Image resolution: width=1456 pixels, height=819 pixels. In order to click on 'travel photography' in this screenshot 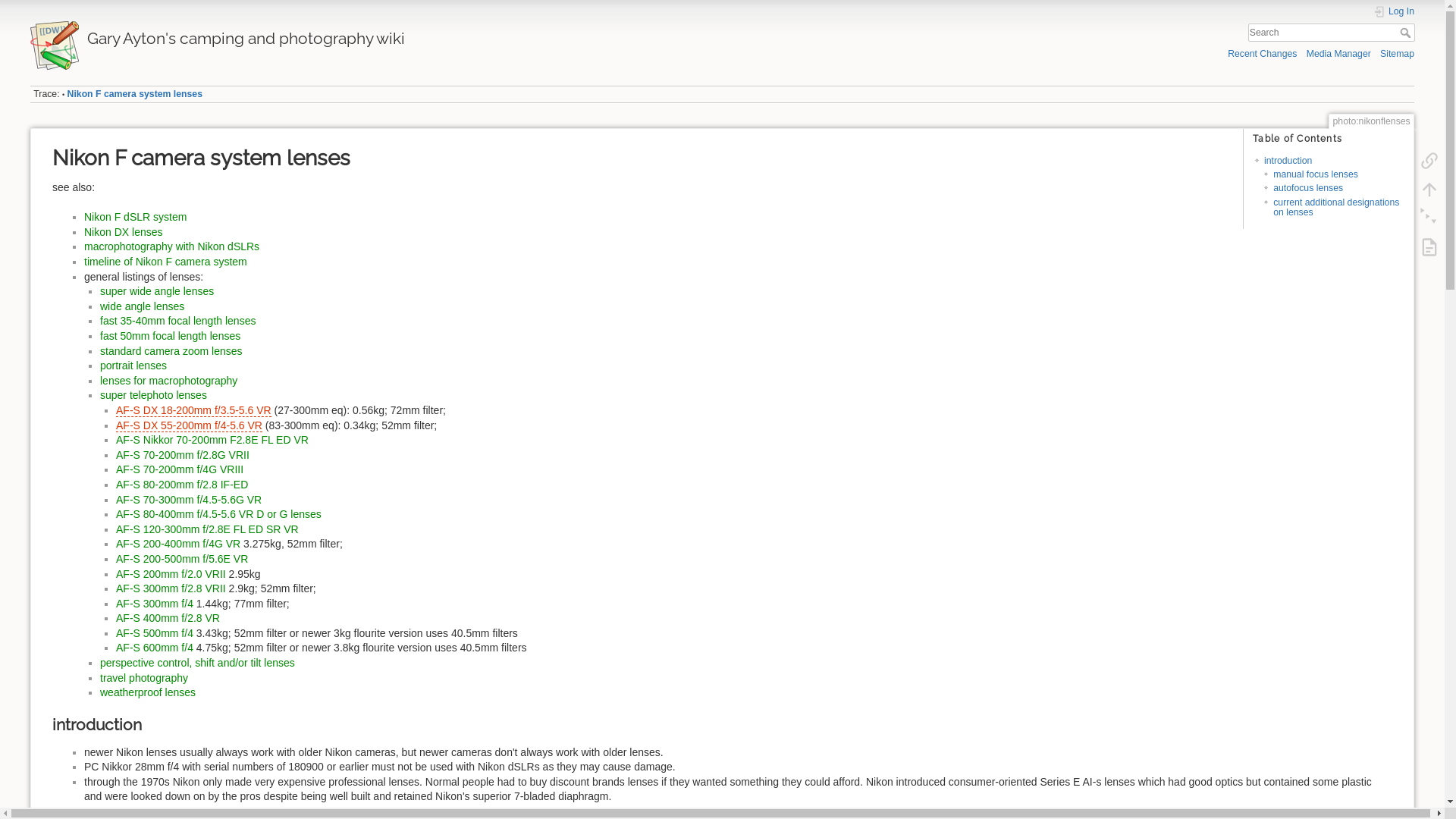, I will do `click(144, 677)`.